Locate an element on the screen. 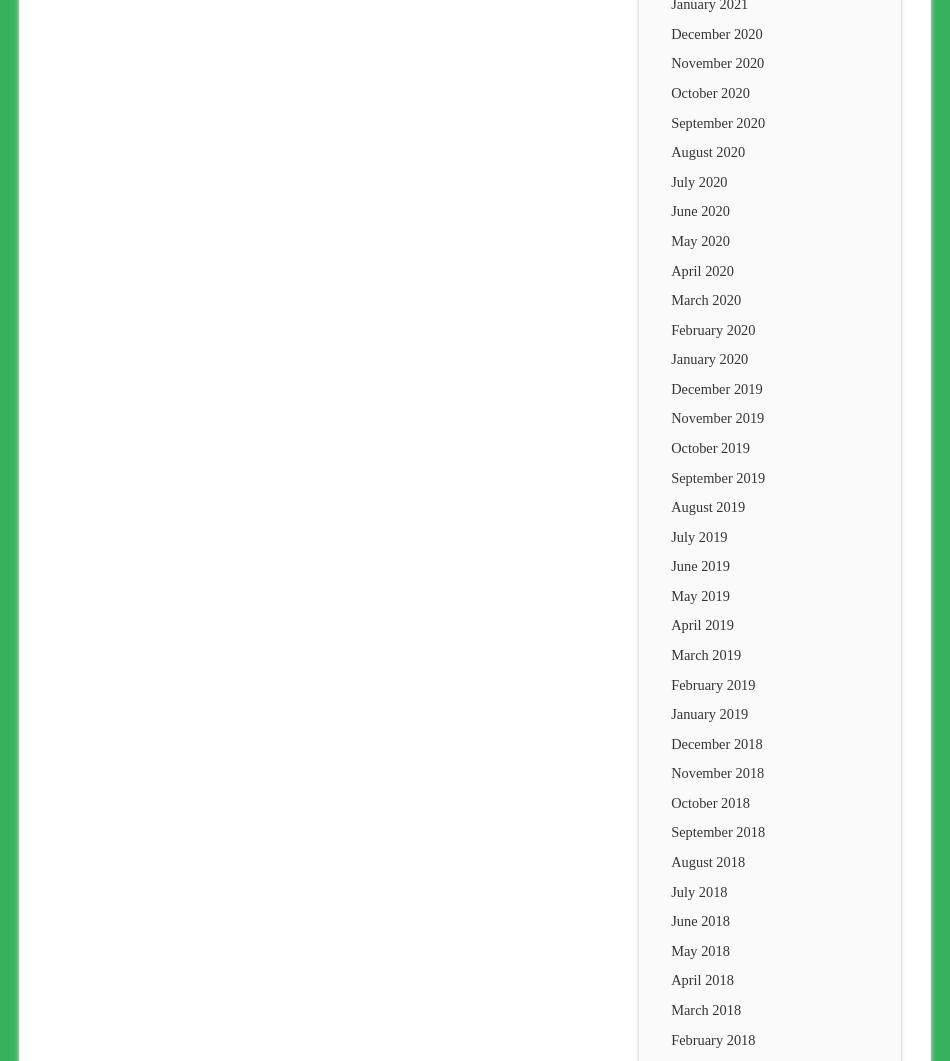  'June 2018' is located at coordinates (699, 919).